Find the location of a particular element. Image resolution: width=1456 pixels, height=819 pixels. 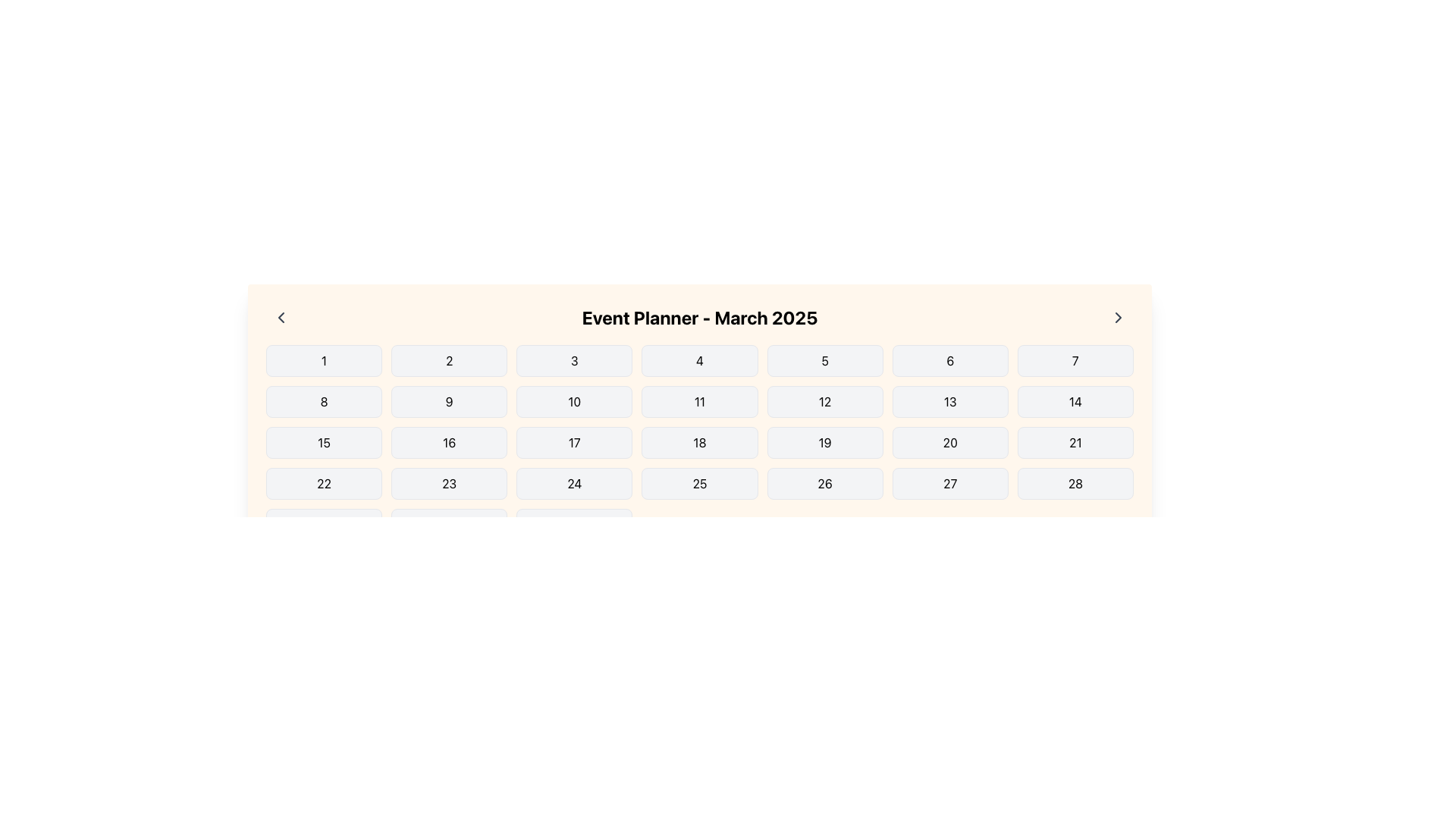

the button representing the 17th day of the month in the Event Planner - March 2025 calendar interface is located at coordinates (573, 442).